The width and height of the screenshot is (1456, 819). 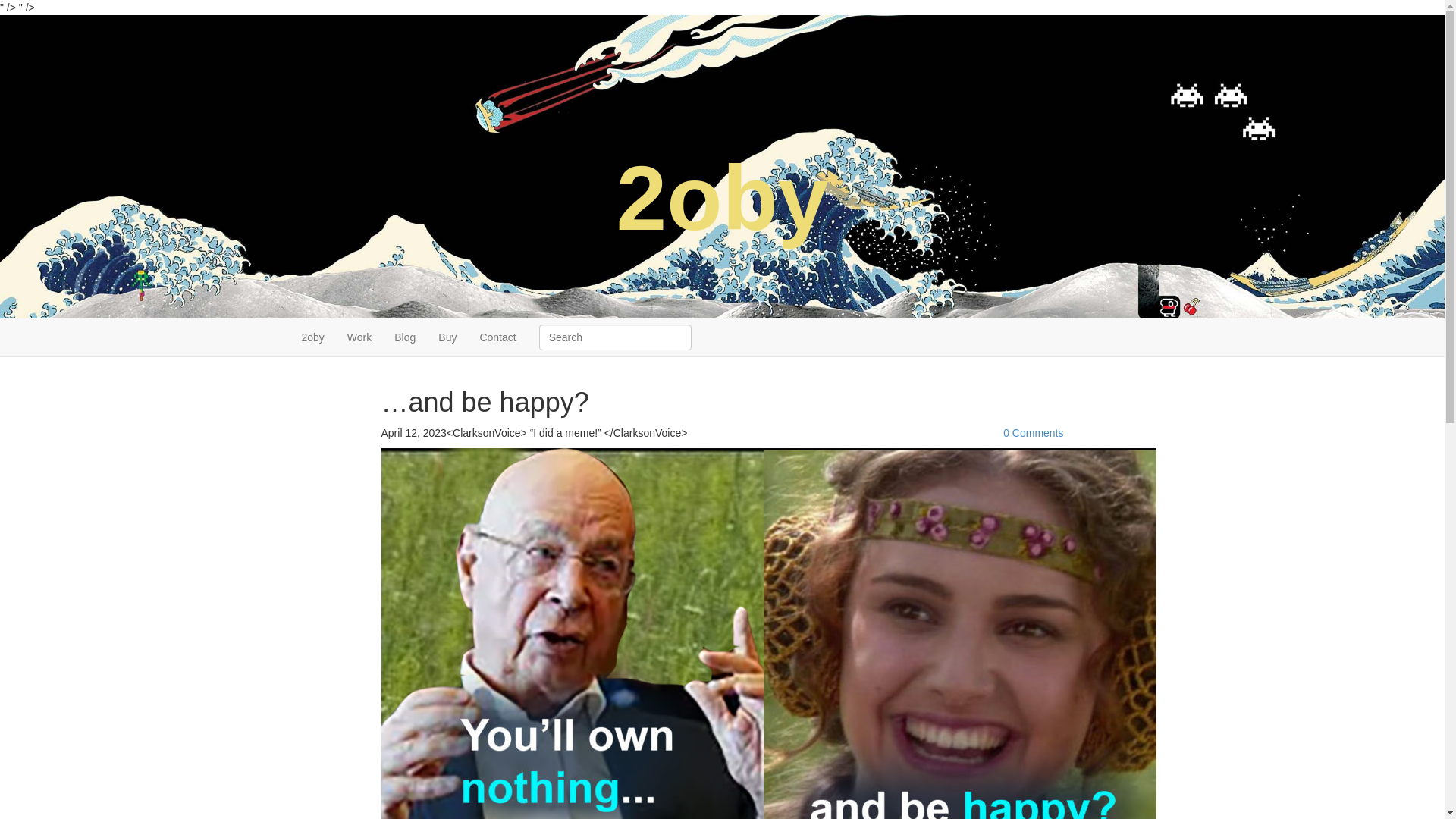 I want to click on 'Buy', so click(x=425, y=336).